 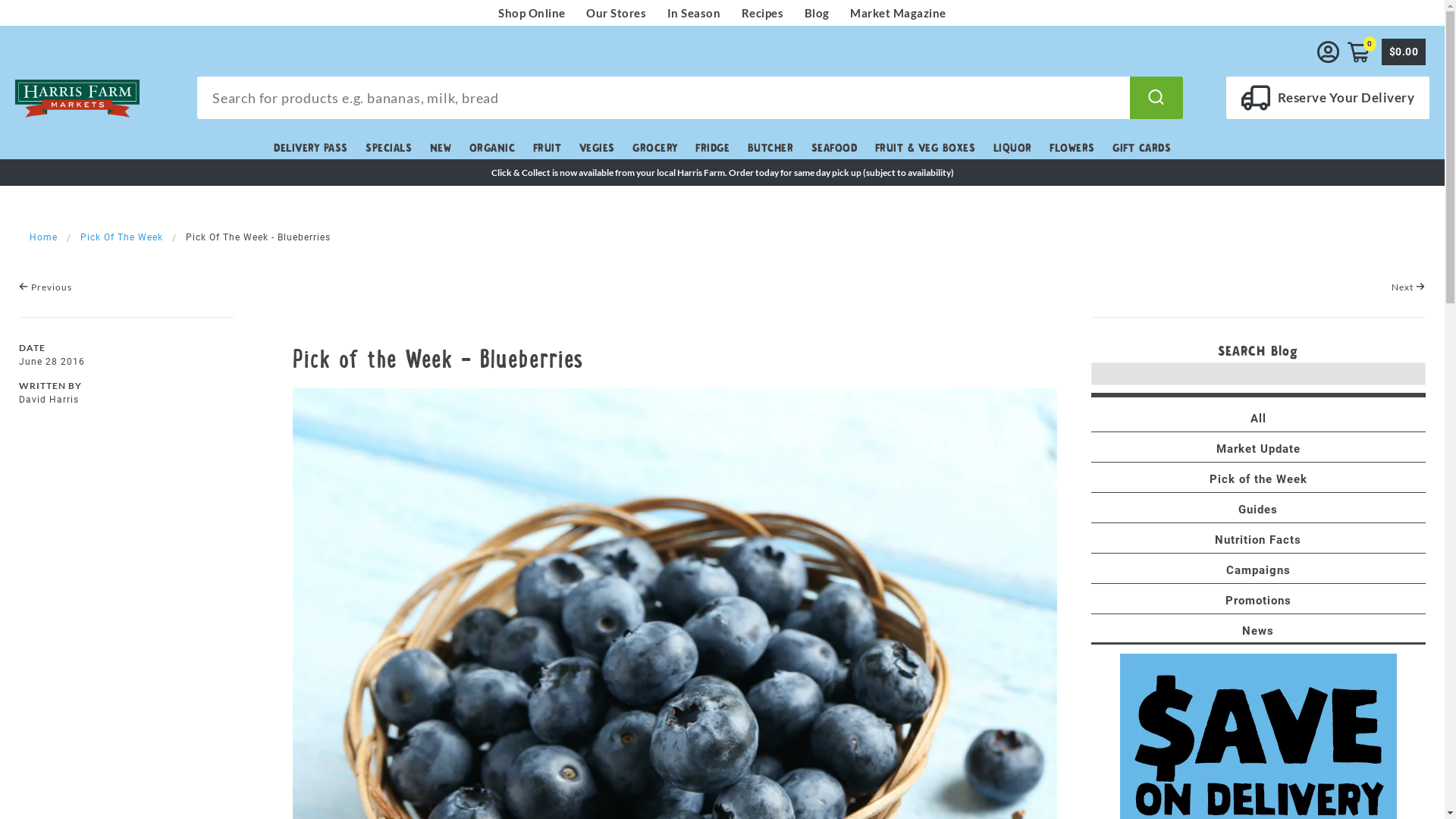 What do you see at coordinates (1258, 599) in the screenshot?
I see `'Promotions'` at bounding box center [1258, 599].